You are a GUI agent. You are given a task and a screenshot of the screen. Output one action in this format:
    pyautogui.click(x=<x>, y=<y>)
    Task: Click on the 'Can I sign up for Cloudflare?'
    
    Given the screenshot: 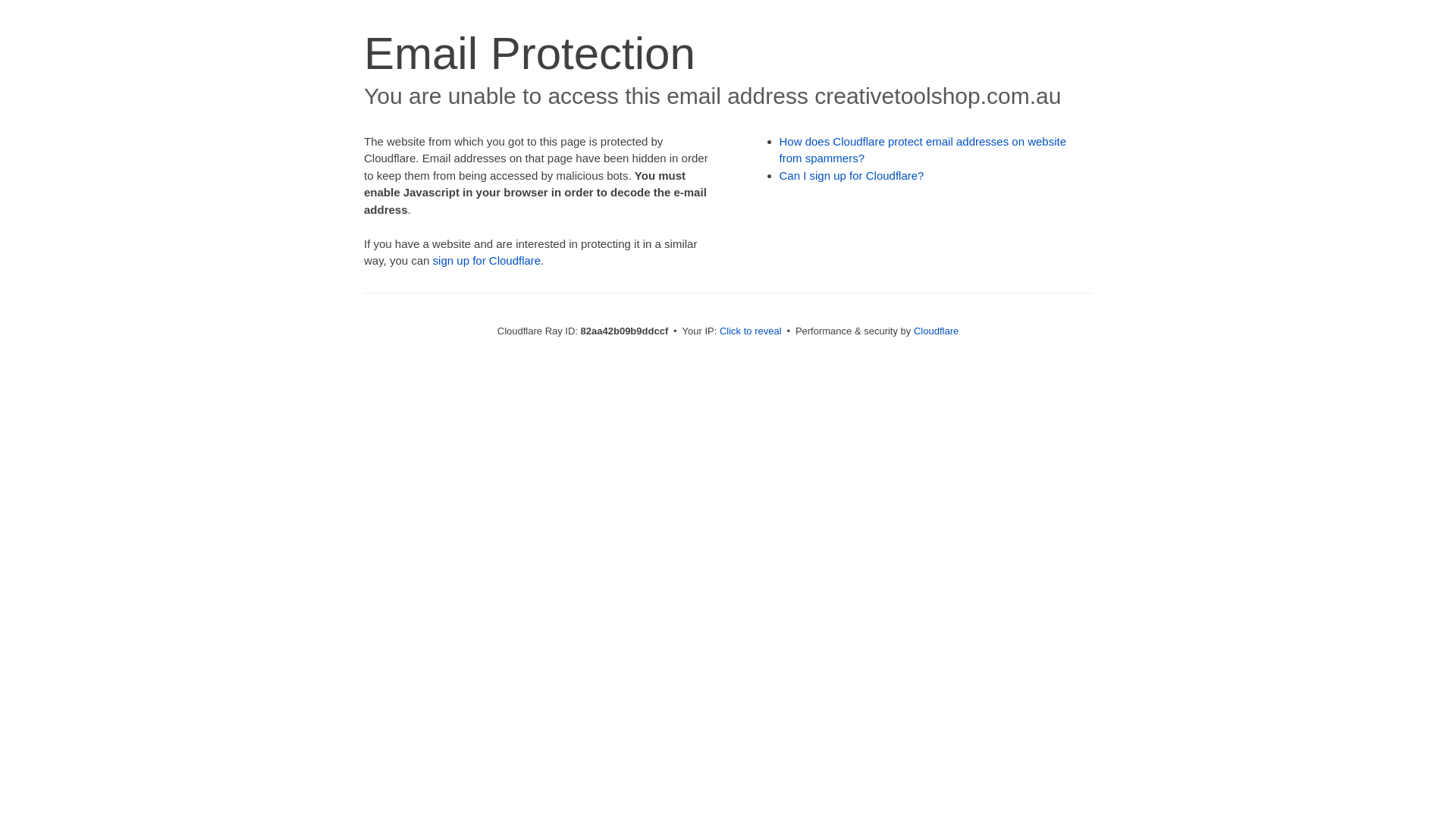 What is the action you would take?
    pyautogui.click(x=852, y=174)
    